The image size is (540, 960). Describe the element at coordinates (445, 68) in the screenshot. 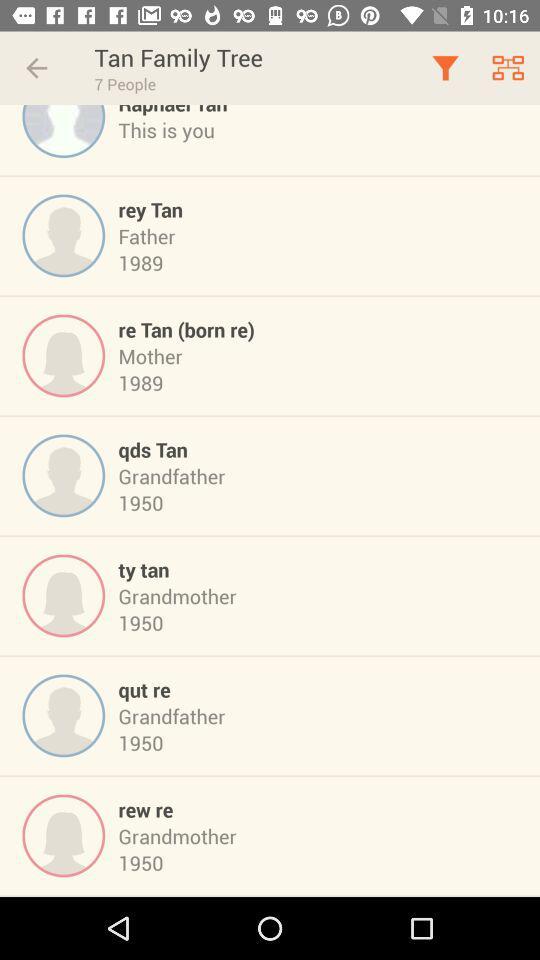

I see `item to the right of the tan family tree icon` at that location.